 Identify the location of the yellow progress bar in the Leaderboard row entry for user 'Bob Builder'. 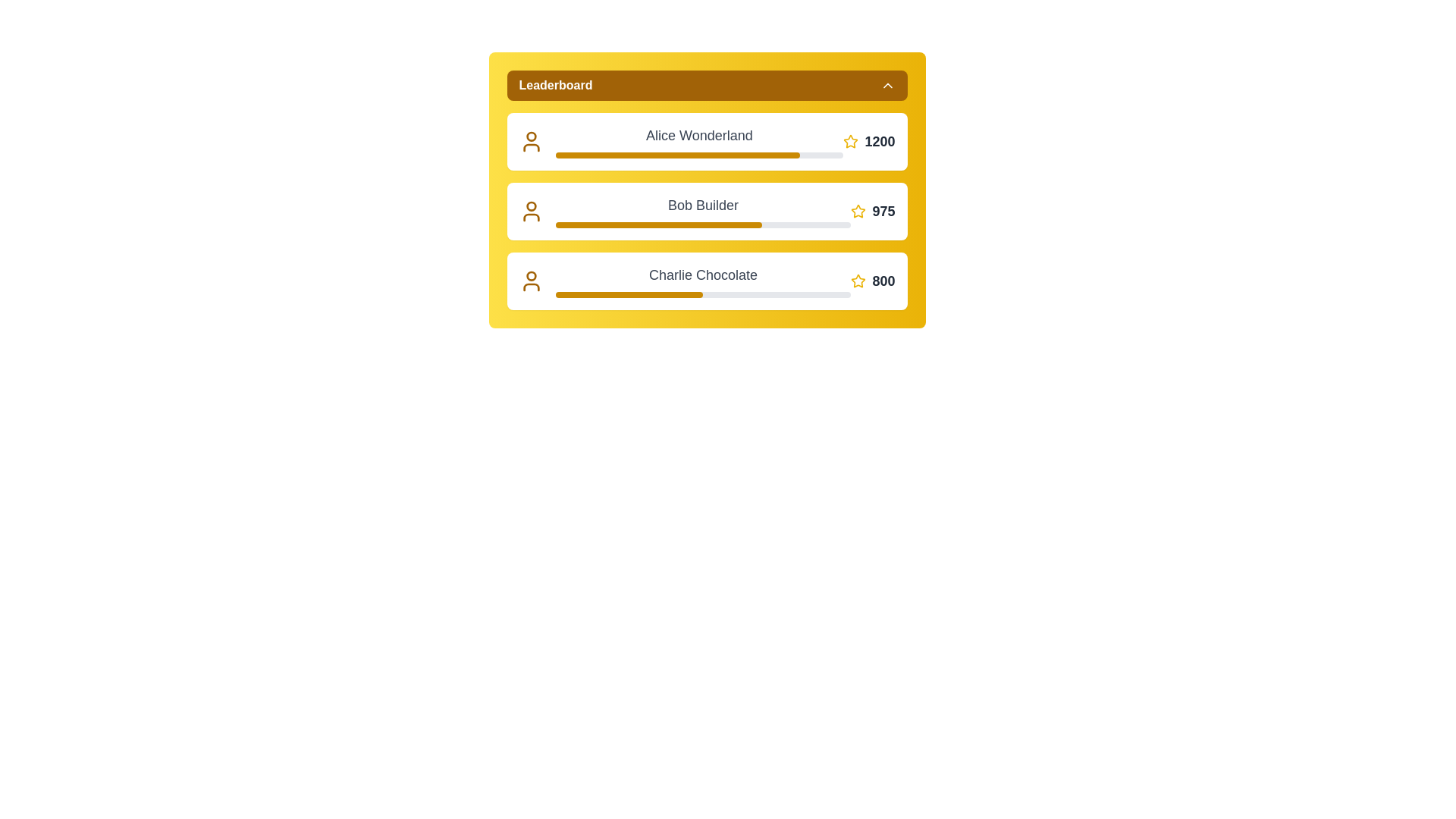
(706, 211).